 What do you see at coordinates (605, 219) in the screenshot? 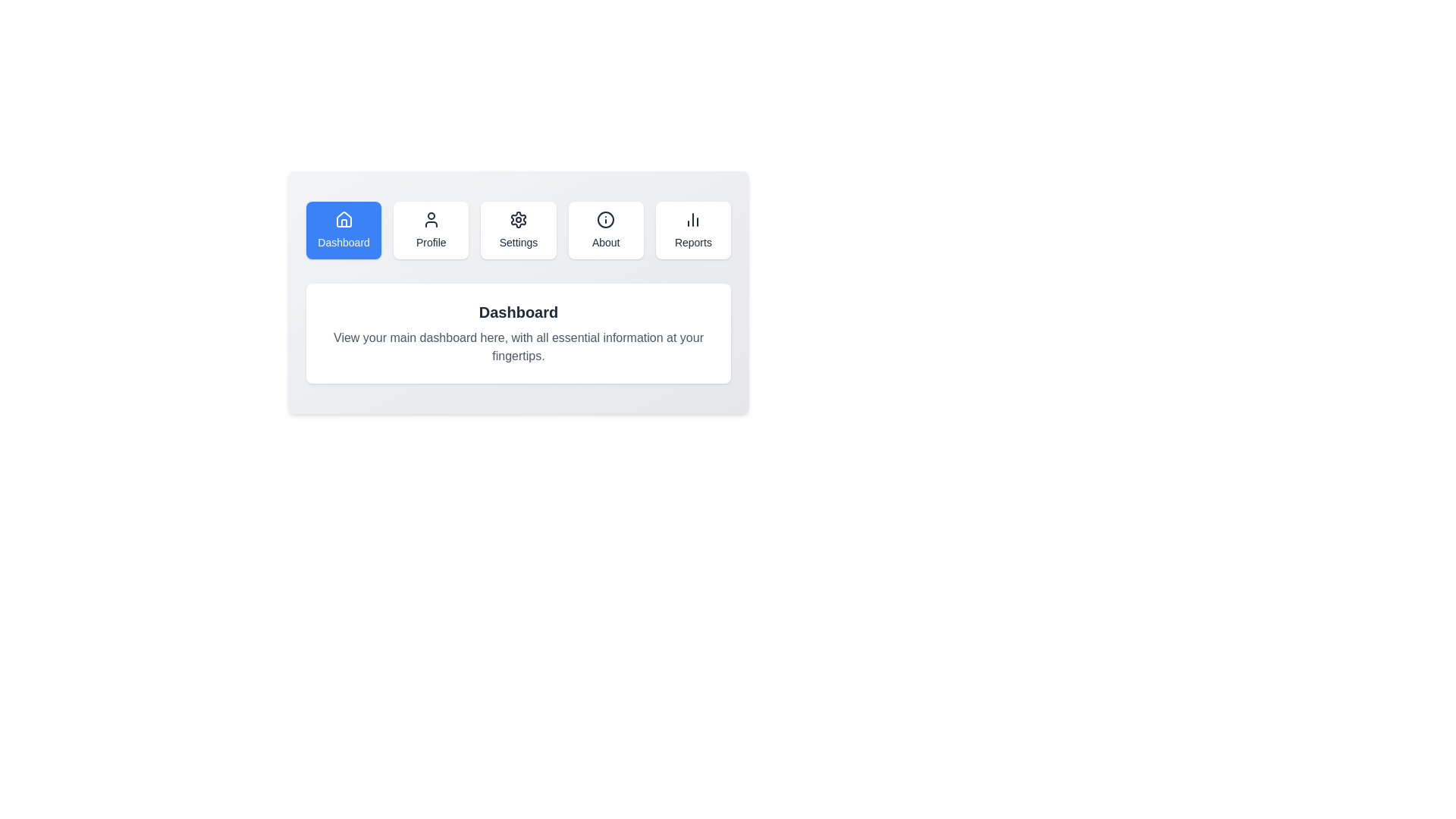
I see `the icon of the About tab to examine its visual details` at bounding box center [605, 219].